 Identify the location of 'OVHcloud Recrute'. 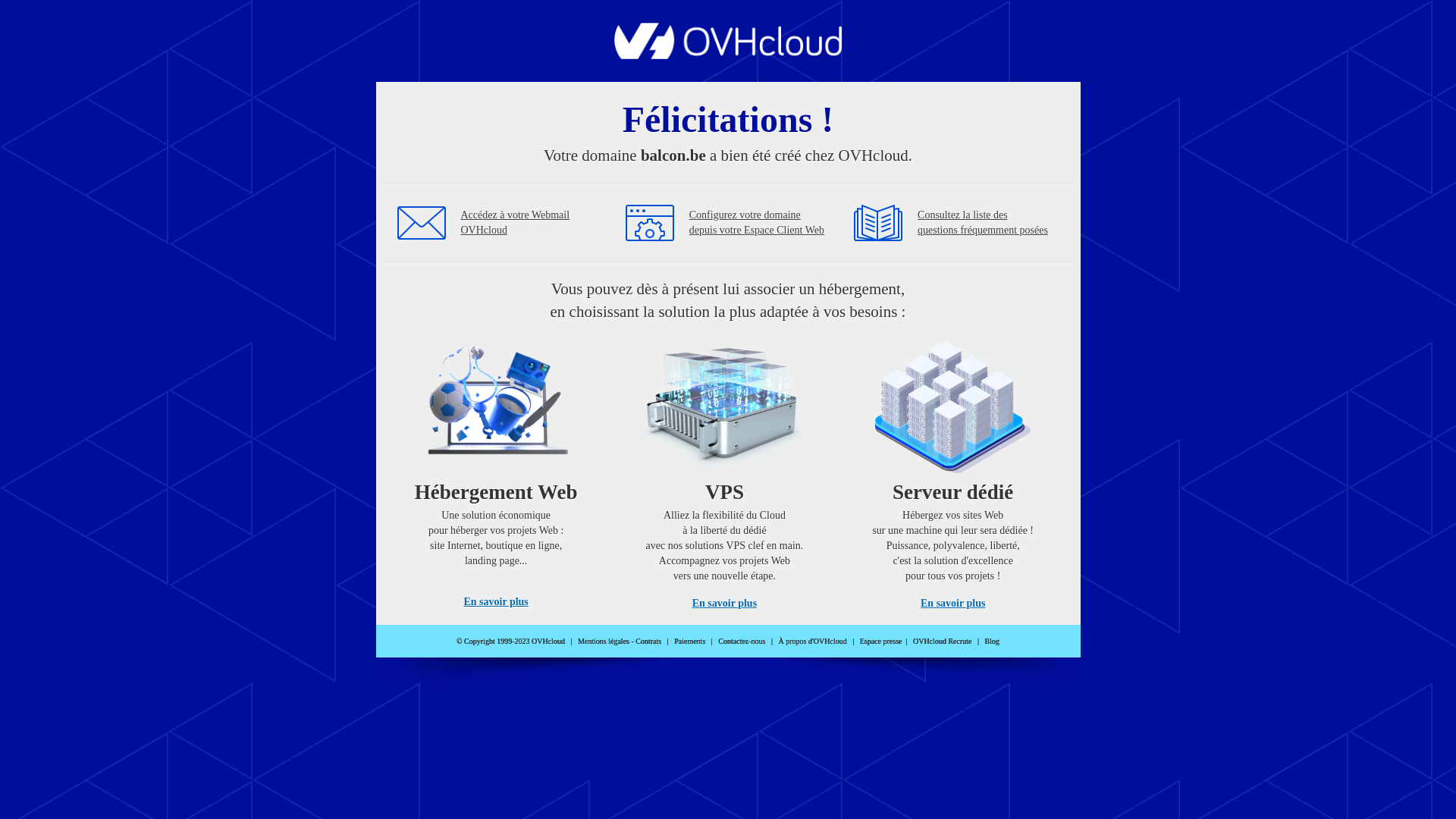
(941, 641).